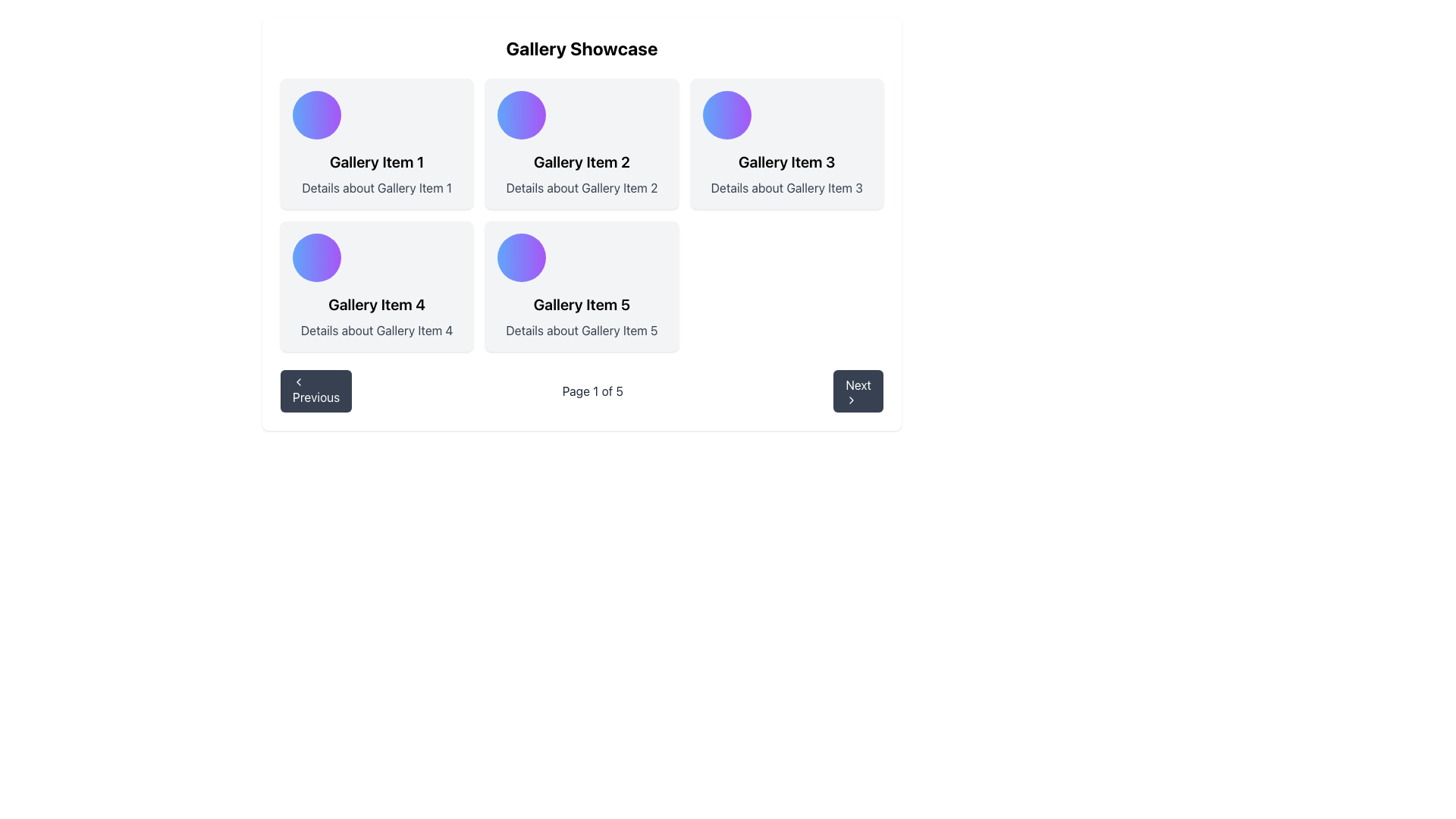  What do you see at coordinates (726, 114) in the screenshot?
I see `the circular decorative component that visually represents 'Gallery Item 3', located in the top-right segment of the grid structure` at bounding box center [726, 114].